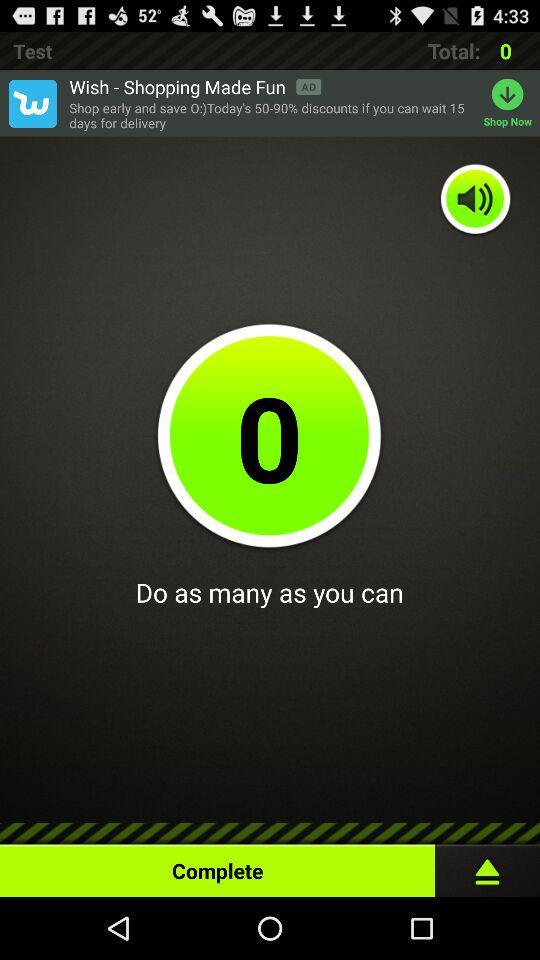  Describe the element at coordinates (511, 103) in the screenshot. I see `item to the right of the shop early and item` at that location.